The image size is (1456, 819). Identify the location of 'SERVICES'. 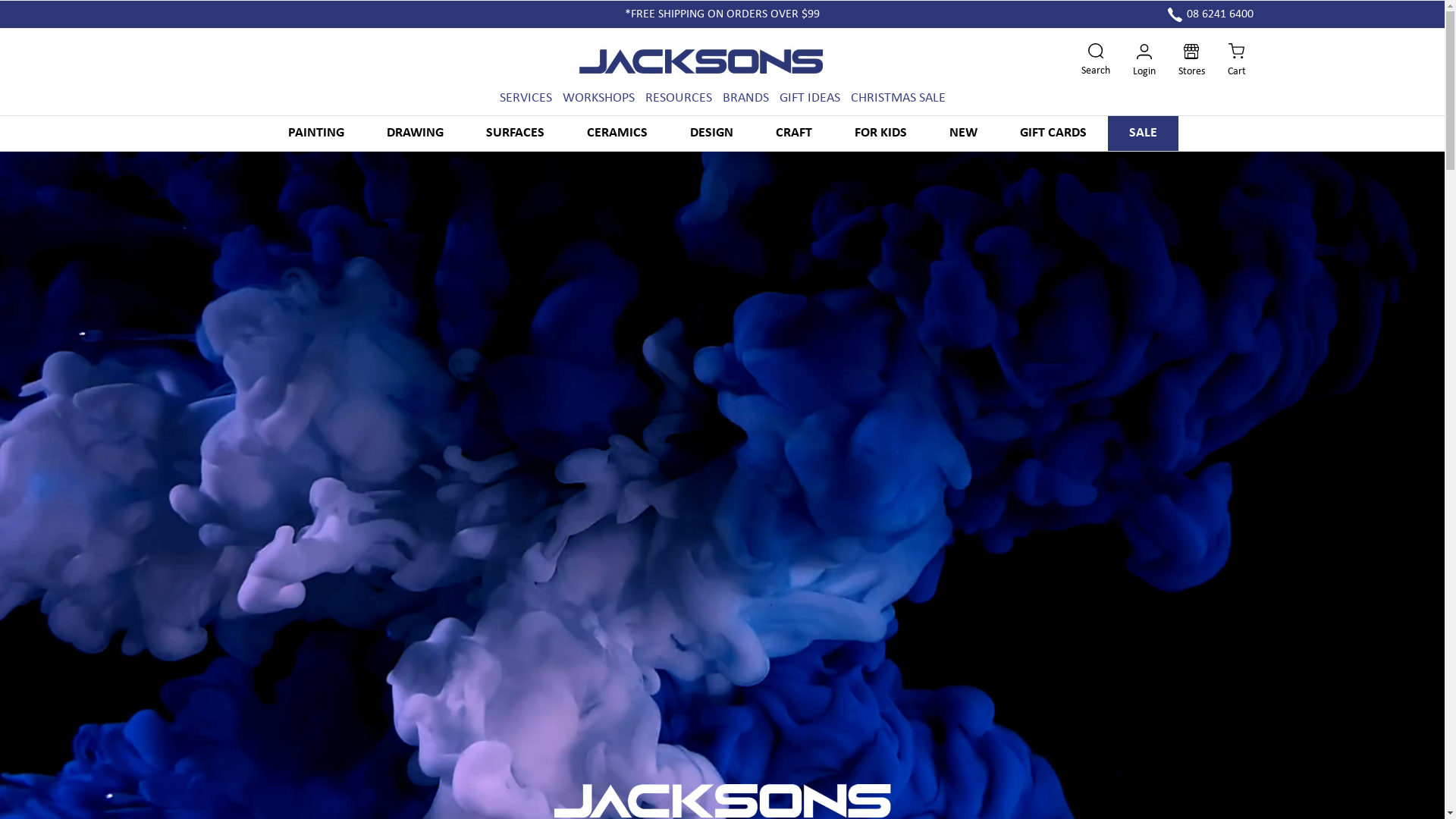
(525, 98).